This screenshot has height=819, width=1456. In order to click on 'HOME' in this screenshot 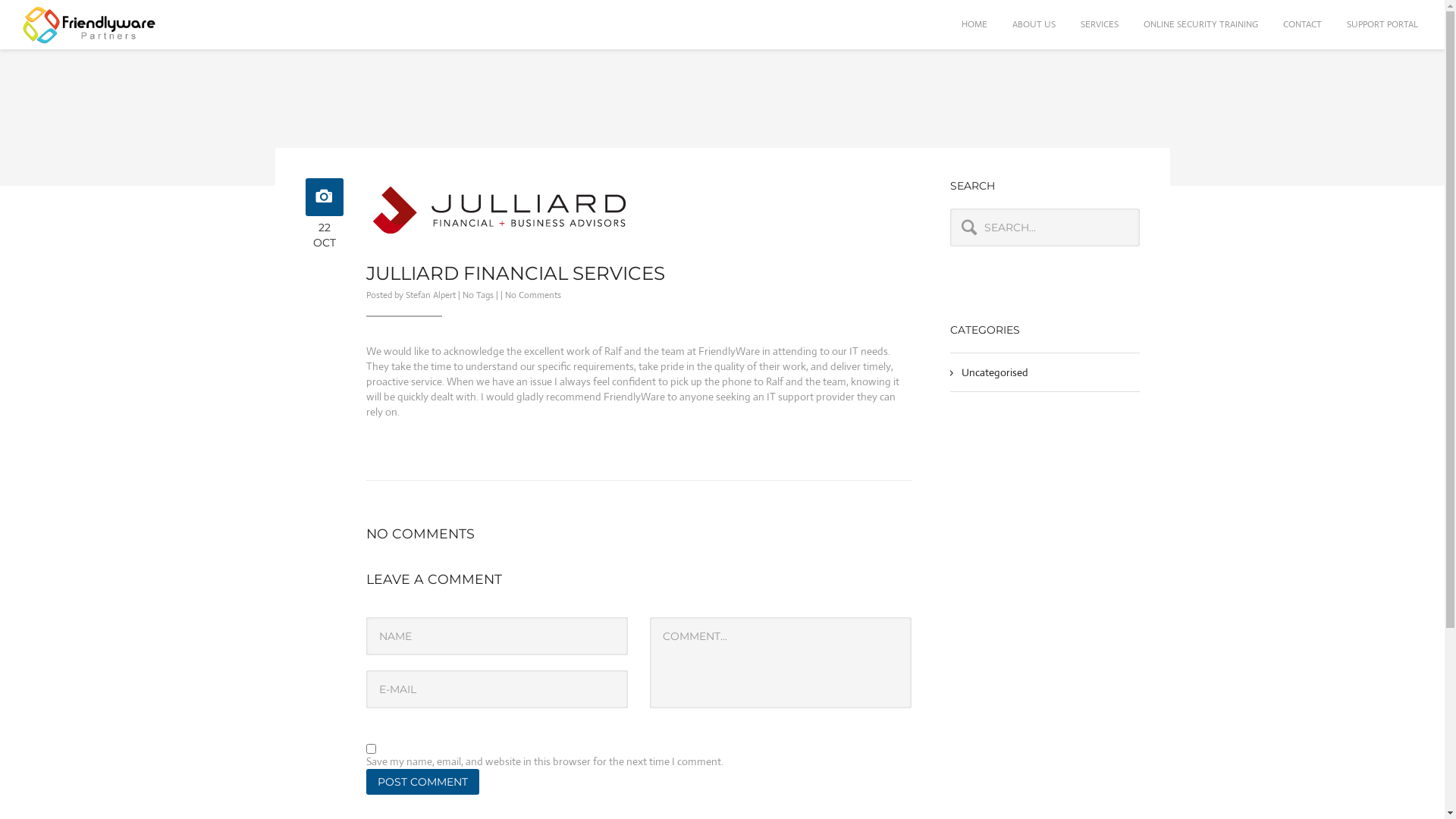, I will do `click(974, 24)`.